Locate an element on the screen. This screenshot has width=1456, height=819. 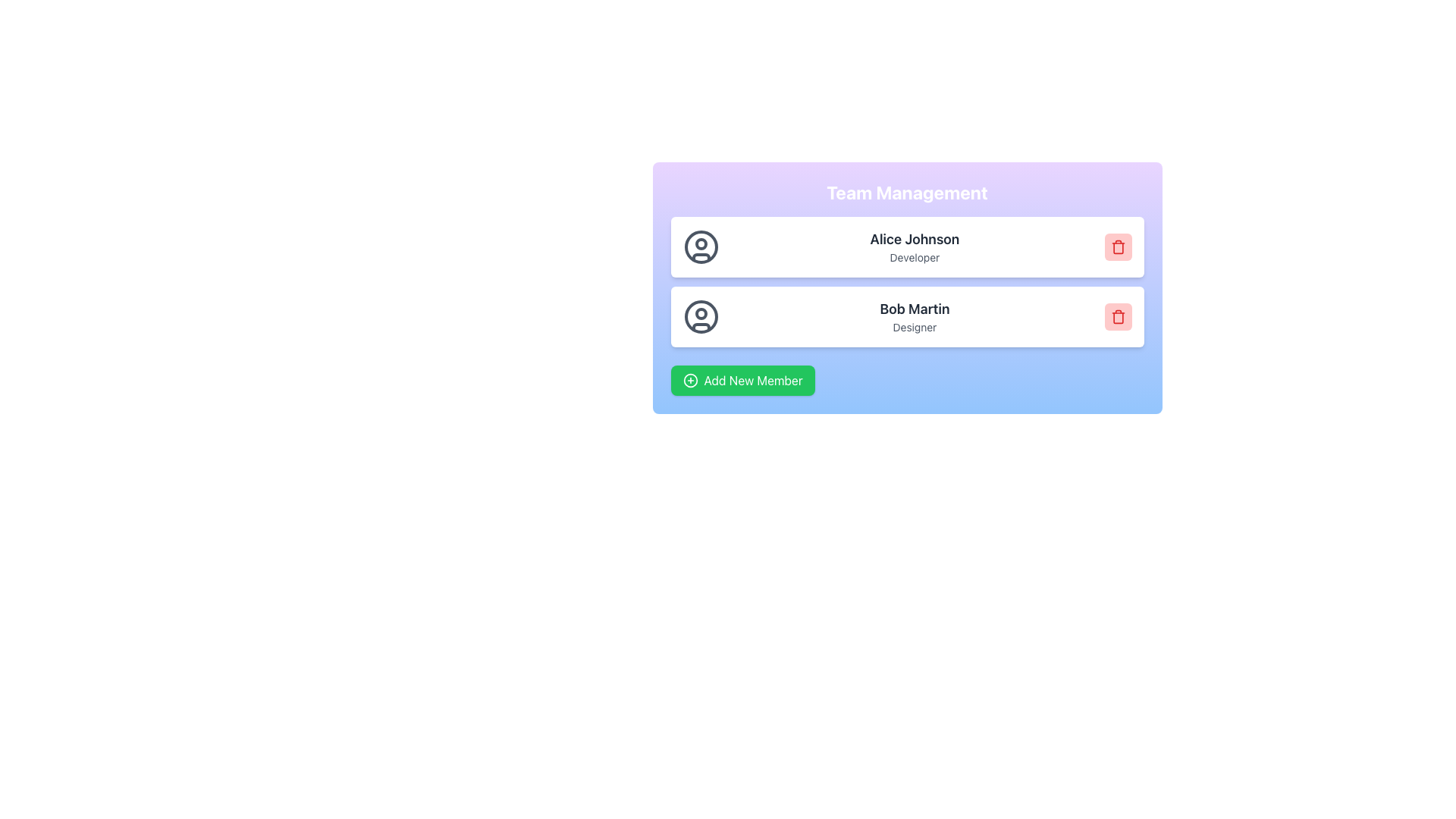
the delete button for 'Bob Martin, Designer' is located at coordinates (1118, 315).